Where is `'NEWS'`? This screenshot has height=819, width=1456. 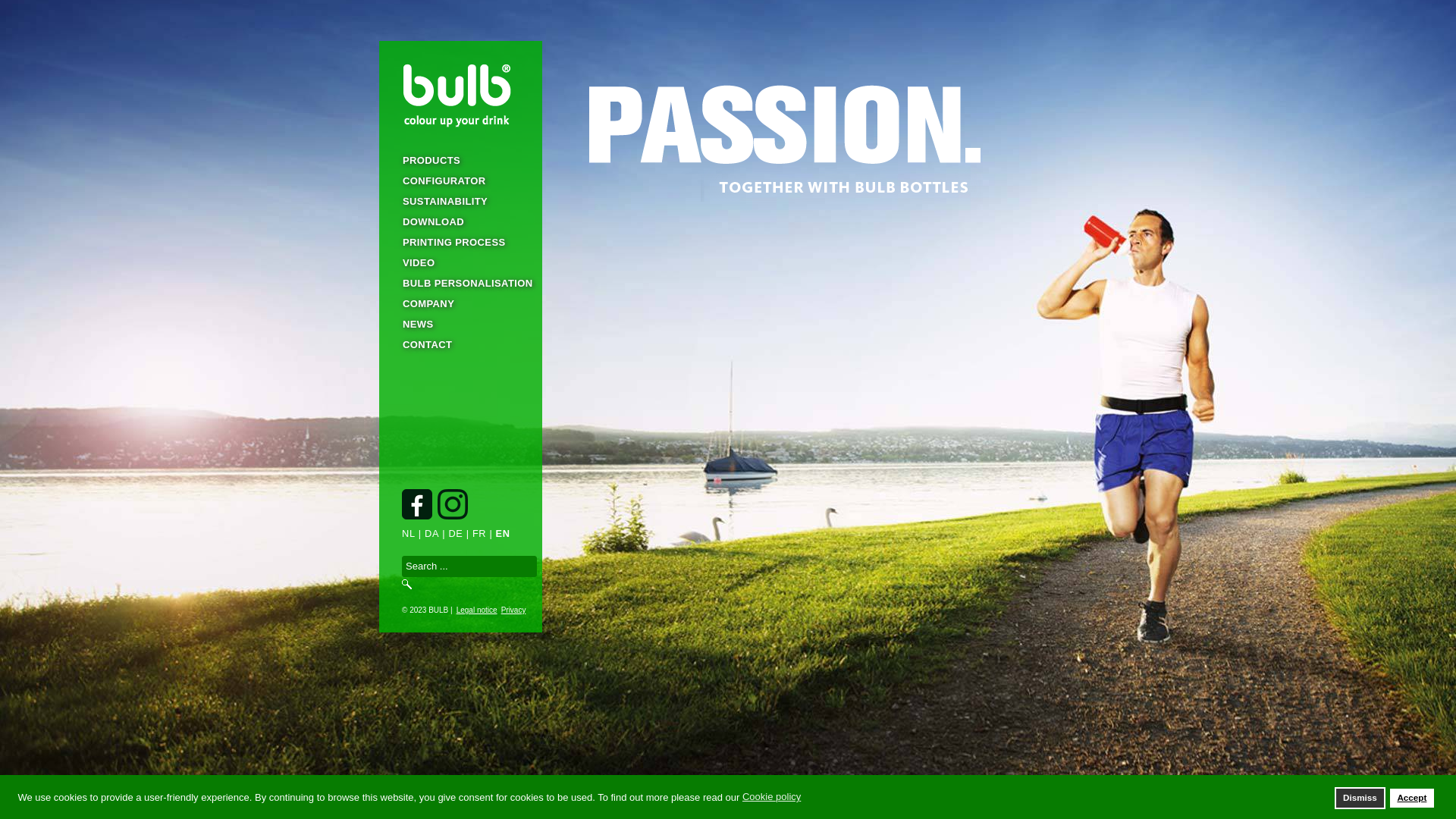
'NEWS' is located at coordinates (378, 323).